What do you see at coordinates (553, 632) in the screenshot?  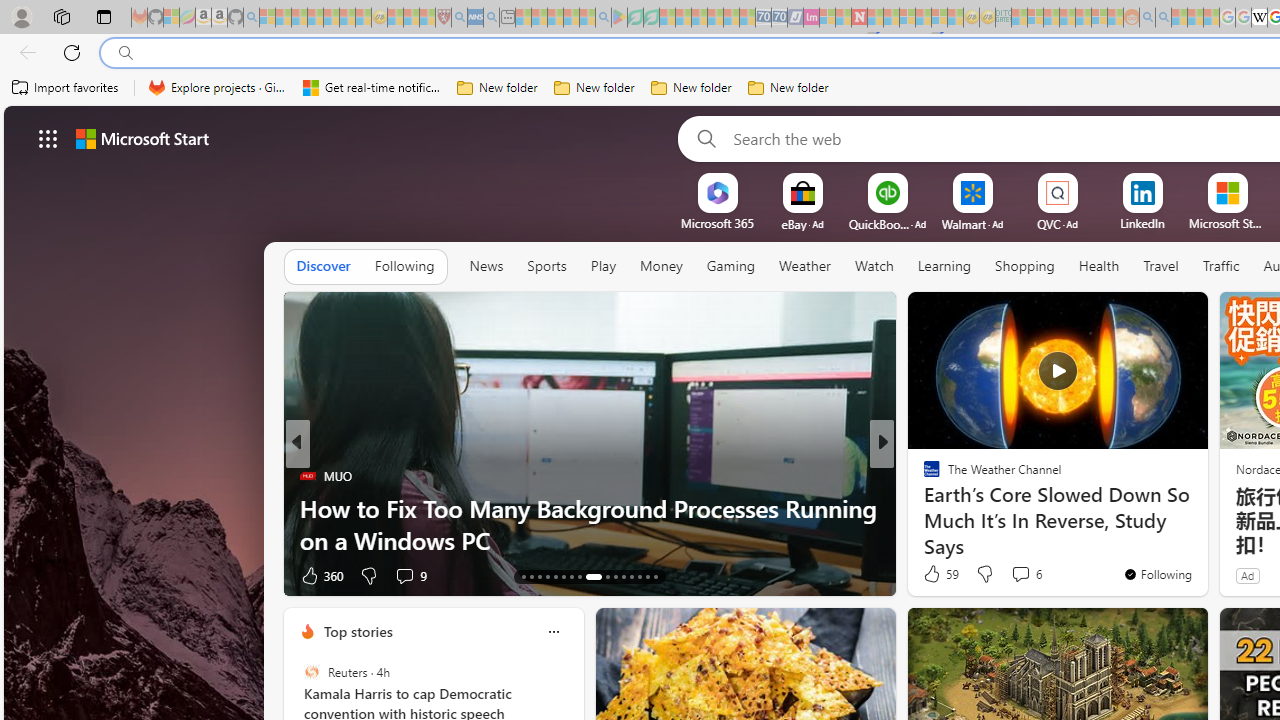 I see `'Class: icon-img'` at bounding box center [553, 632].